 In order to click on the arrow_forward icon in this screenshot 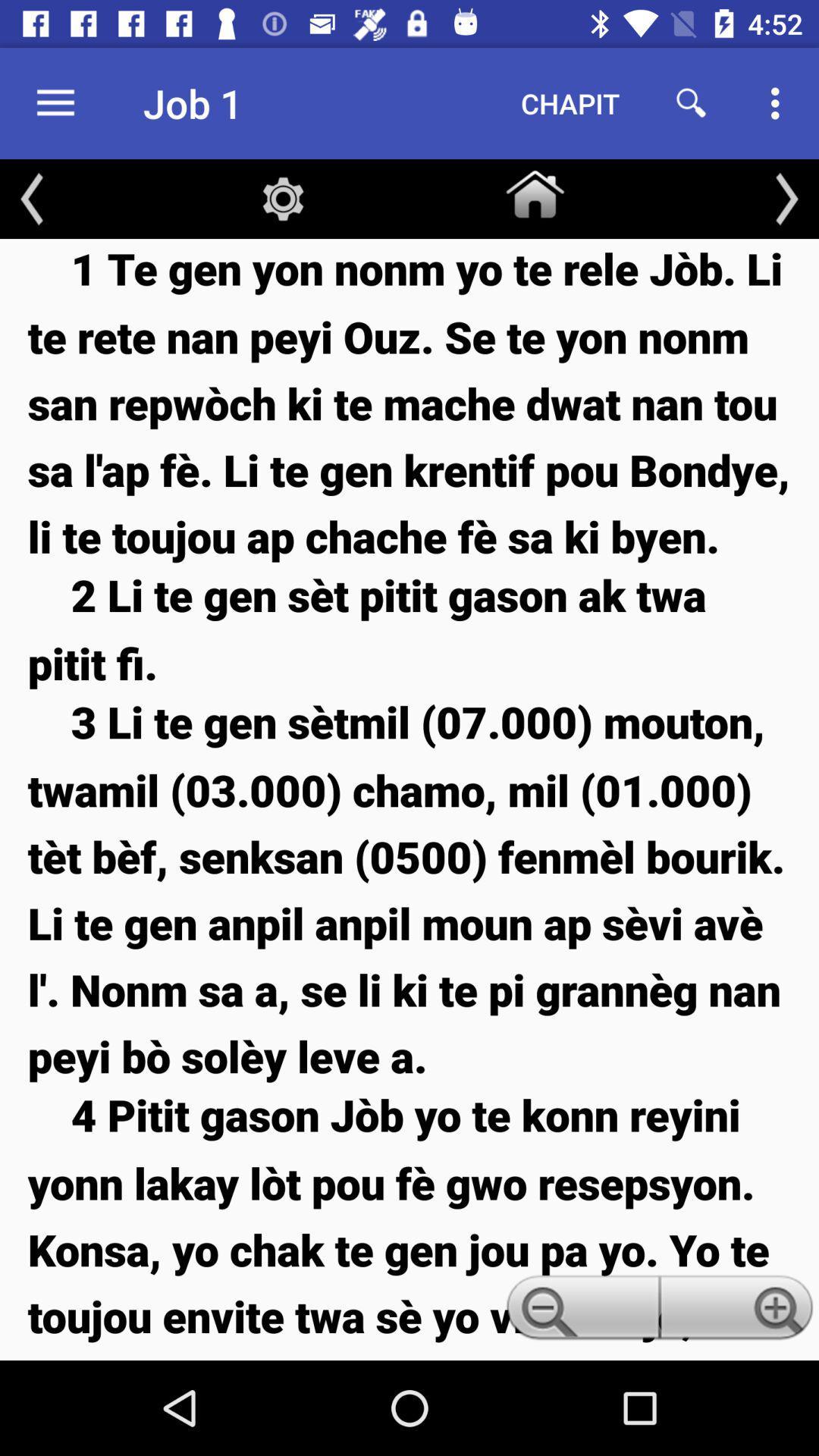, I will do `click(786, 198)`.